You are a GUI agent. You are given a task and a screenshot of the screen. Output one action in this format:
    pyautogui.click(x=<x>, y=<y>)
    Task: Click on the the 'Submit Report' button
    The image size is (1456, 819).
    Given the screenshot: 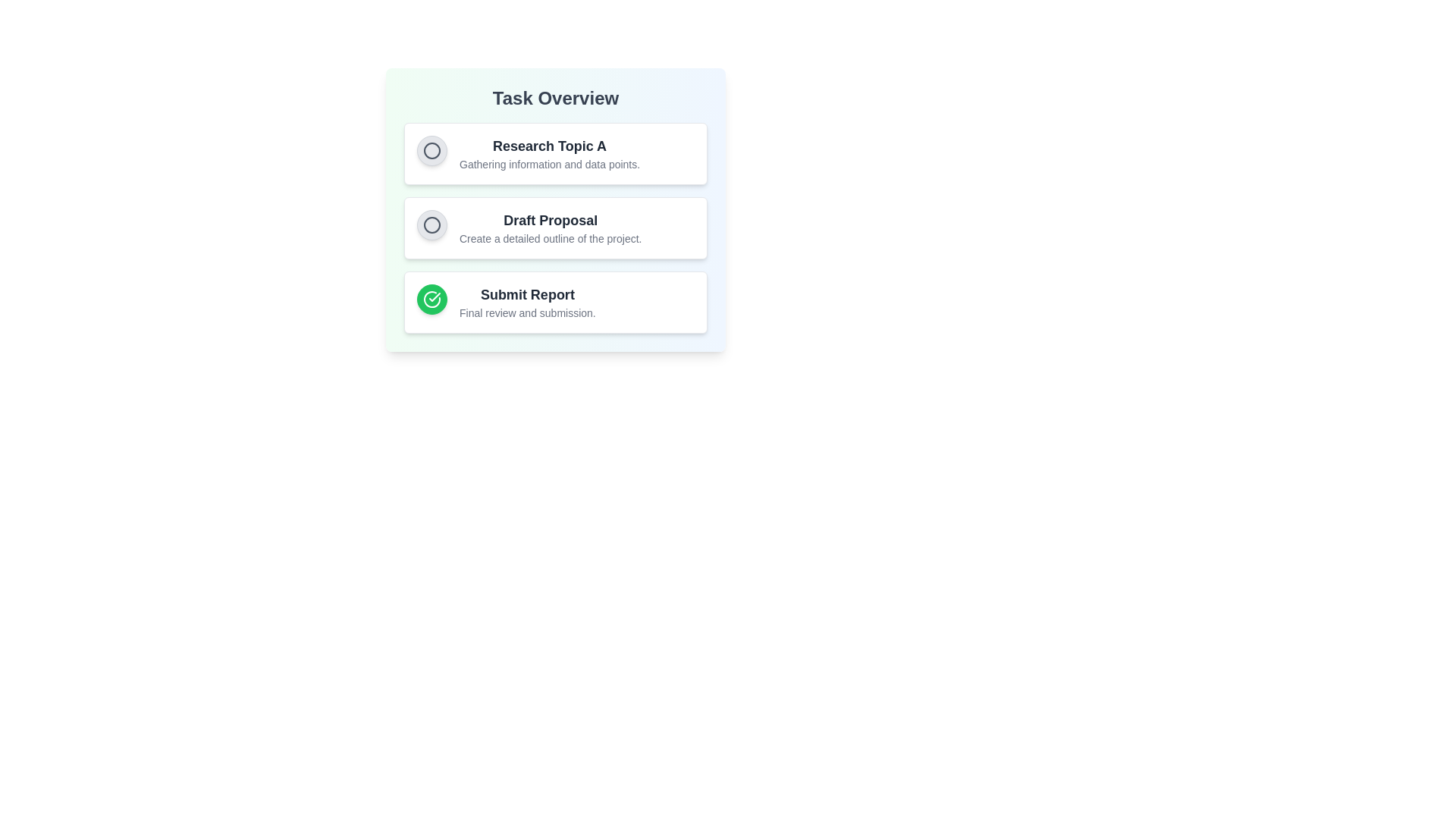 What is the action you would take?
    pyautogui.click(x=431, y=299)
    